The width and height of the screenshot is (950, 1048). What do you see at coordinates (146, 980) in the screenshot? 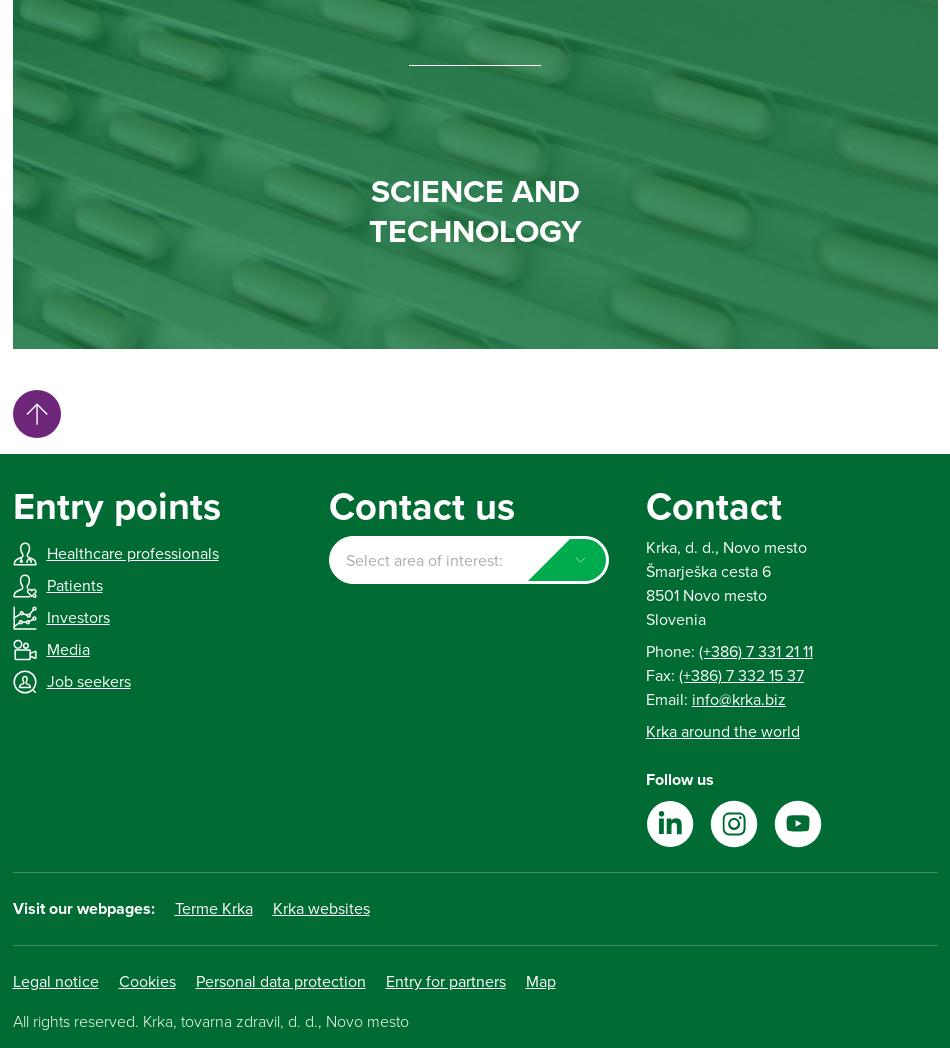
I see `'Cookies'` at bounding box center [146, 980].